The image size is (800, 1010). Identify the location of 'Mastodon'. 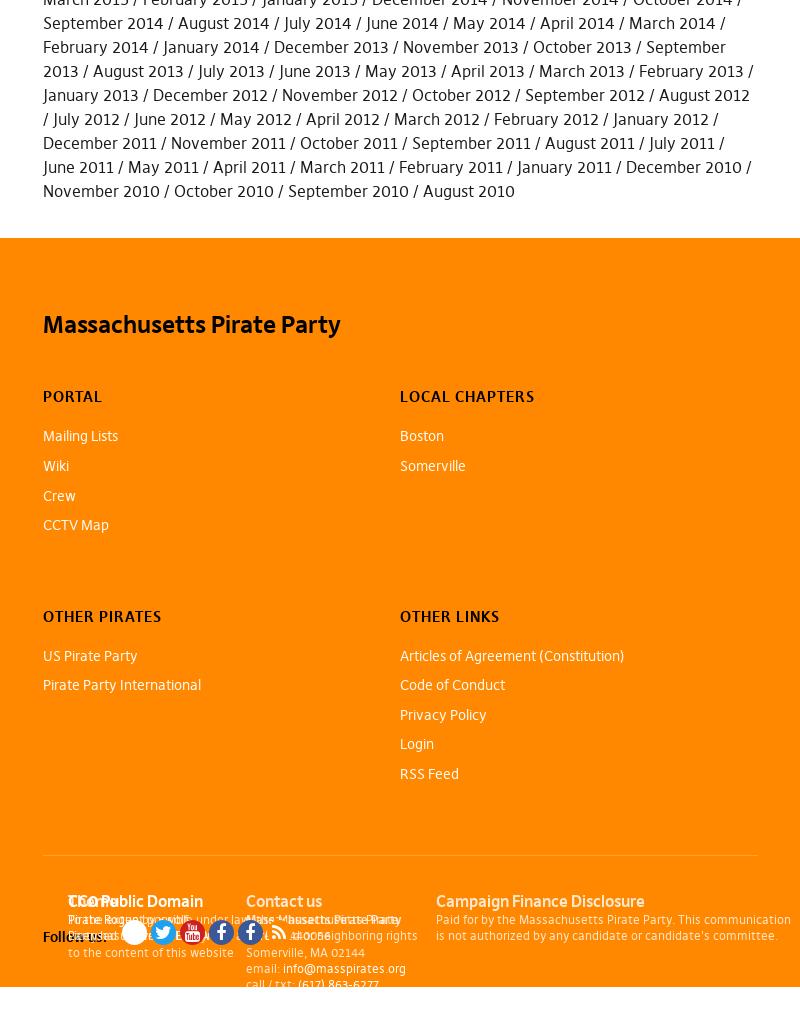
(156, 955).